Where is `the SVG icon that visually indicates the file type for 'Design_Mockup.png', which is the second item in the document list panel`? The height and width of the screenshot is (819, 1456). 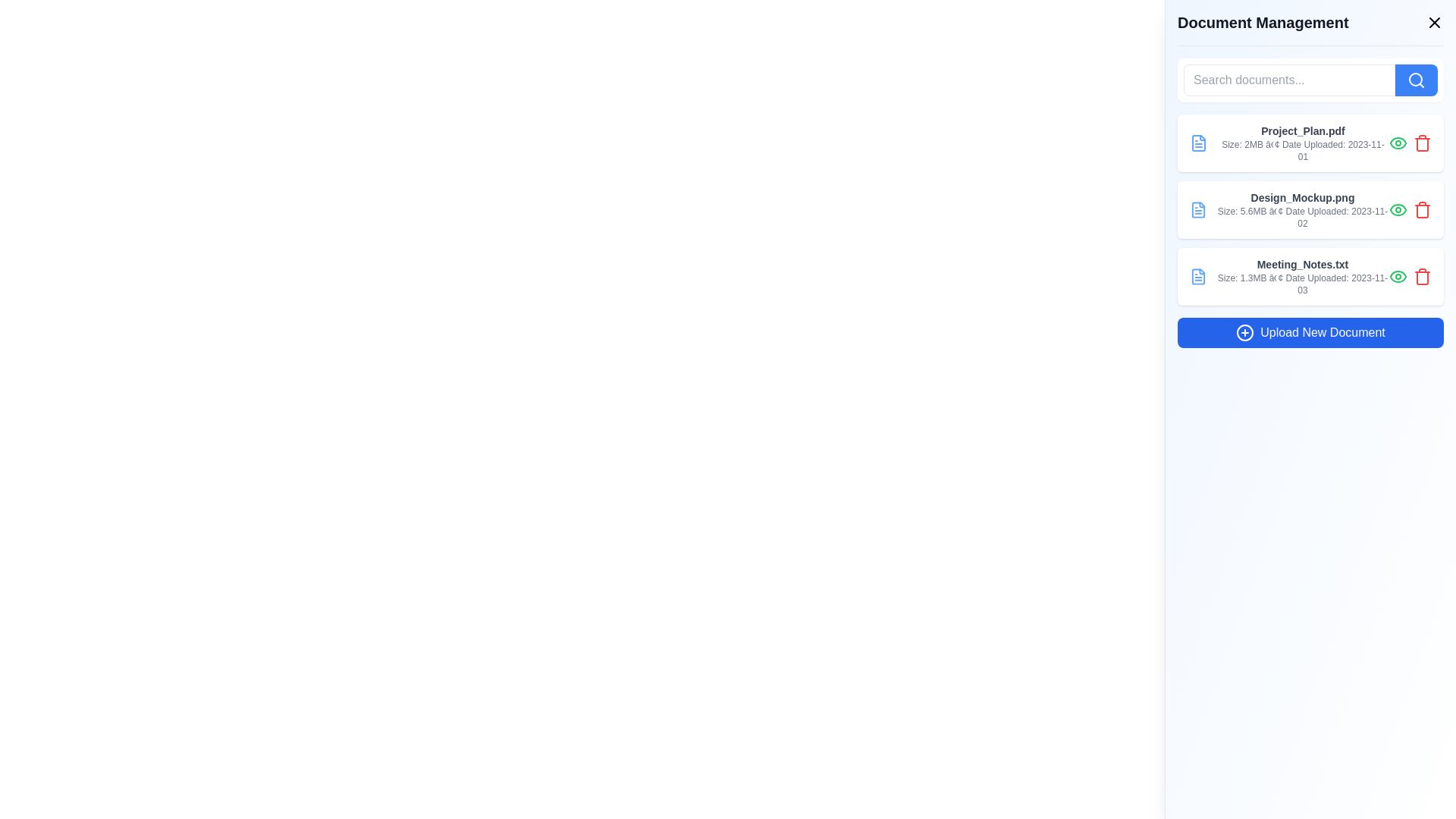
the SVG icon that visually indicates the file type for 'Design_Mockup.png', which is the second item in the document list panel is located at coordinates (1197, 210).